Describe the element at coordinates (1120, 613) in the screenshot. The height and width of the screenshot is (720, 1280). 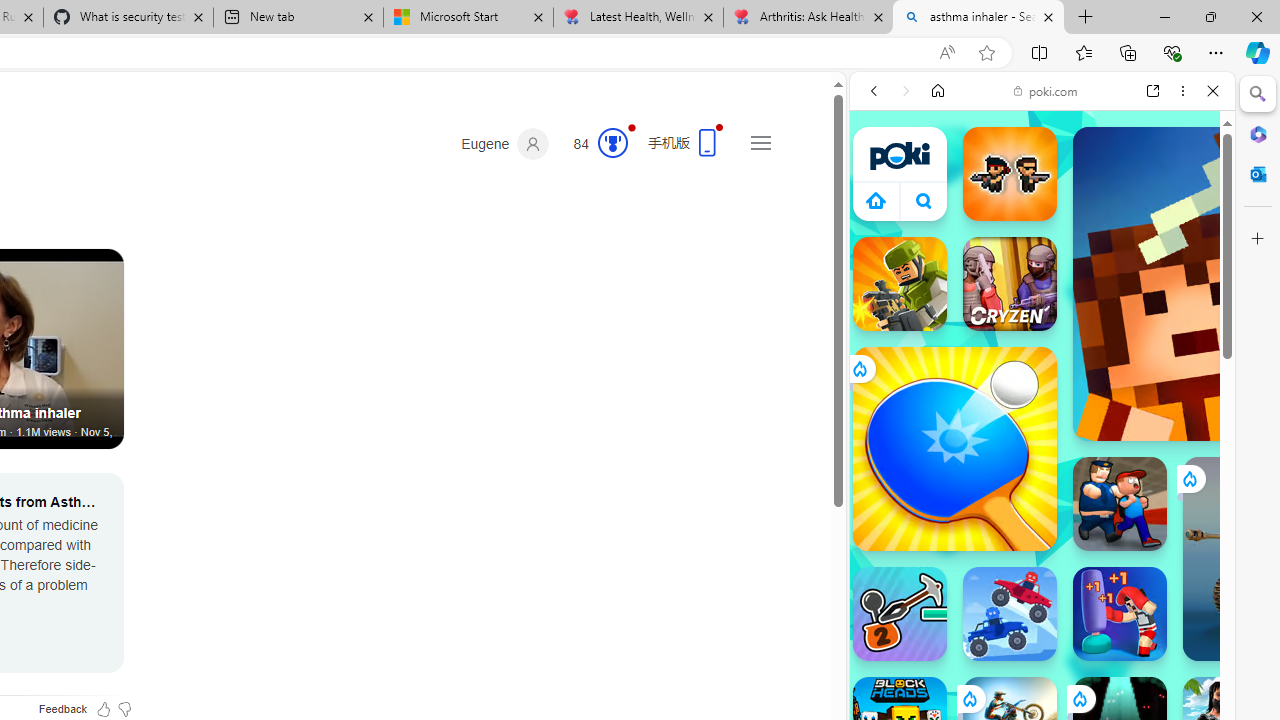
I see `'Punch Legend Simulator Punch Legend Simulator'` at that location.